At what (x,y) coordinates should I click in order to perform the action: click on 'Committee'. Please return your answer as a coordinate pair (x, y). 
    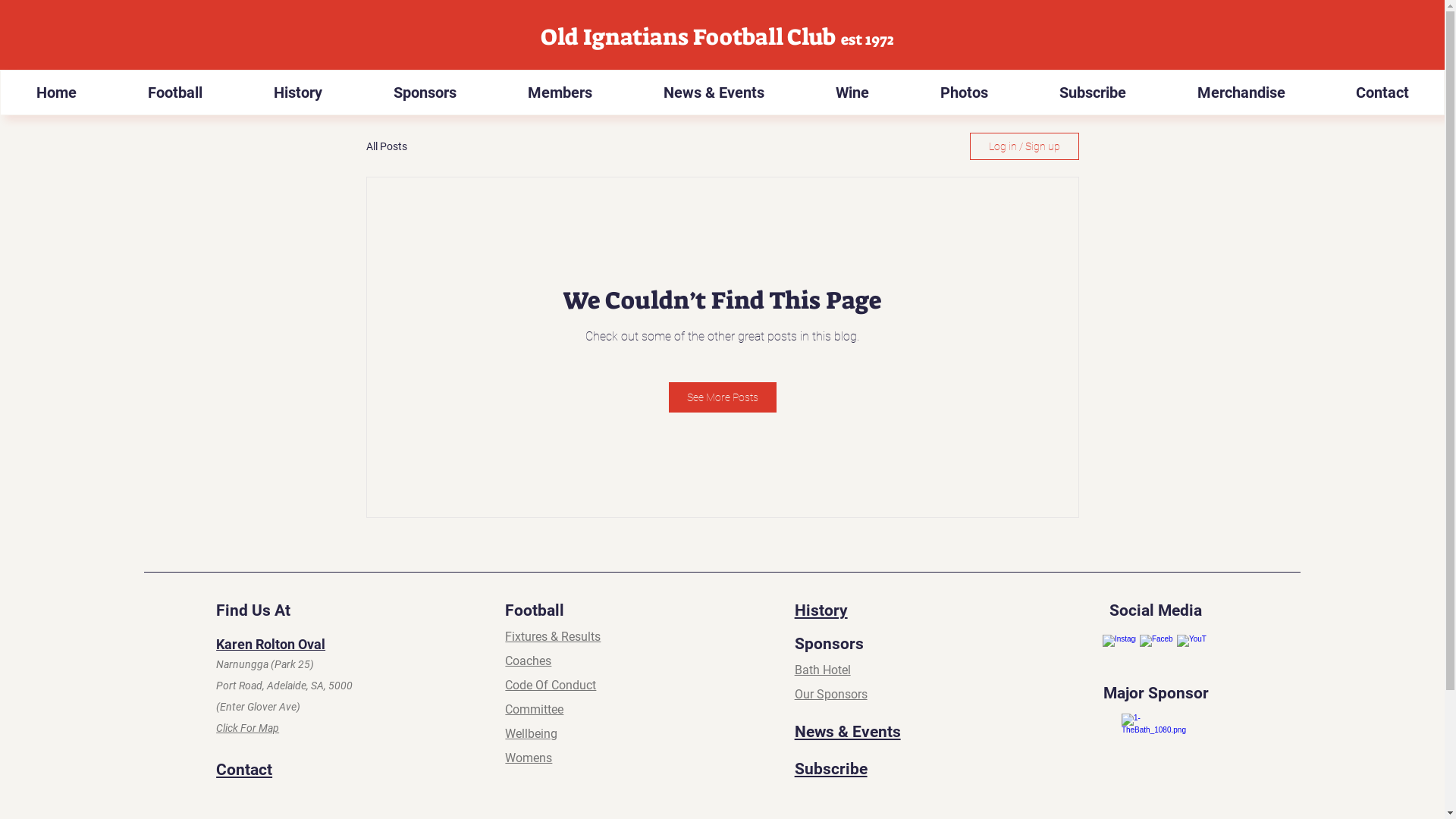
    Looking at the image, I should click on (534, 709).